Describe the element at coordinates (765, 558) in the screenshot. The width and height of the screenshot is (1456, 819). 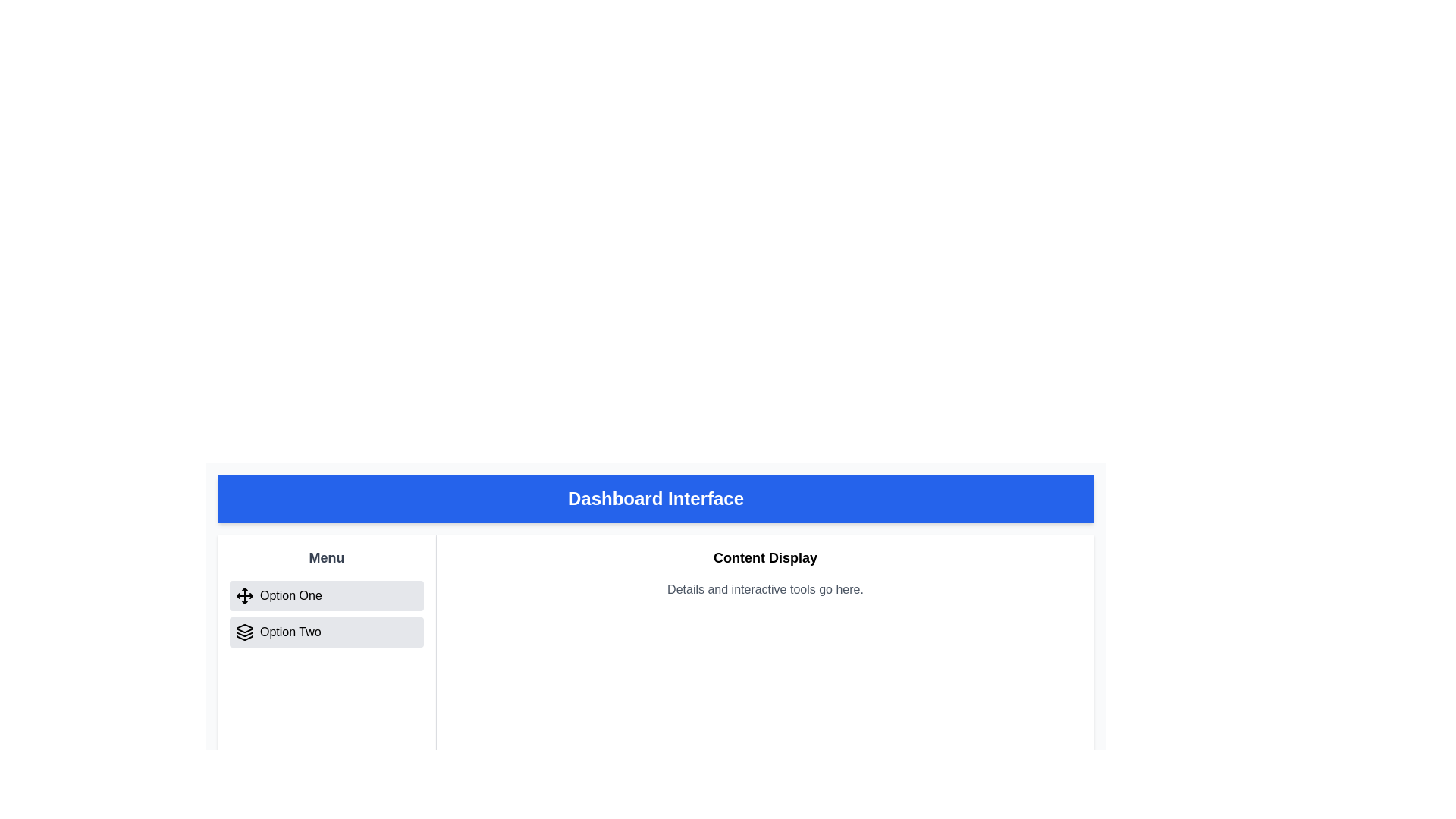
I see `the static text label that serves as a section title, positioned centrally below the blue header bar titled 'Dashboard Interface'` at that location.